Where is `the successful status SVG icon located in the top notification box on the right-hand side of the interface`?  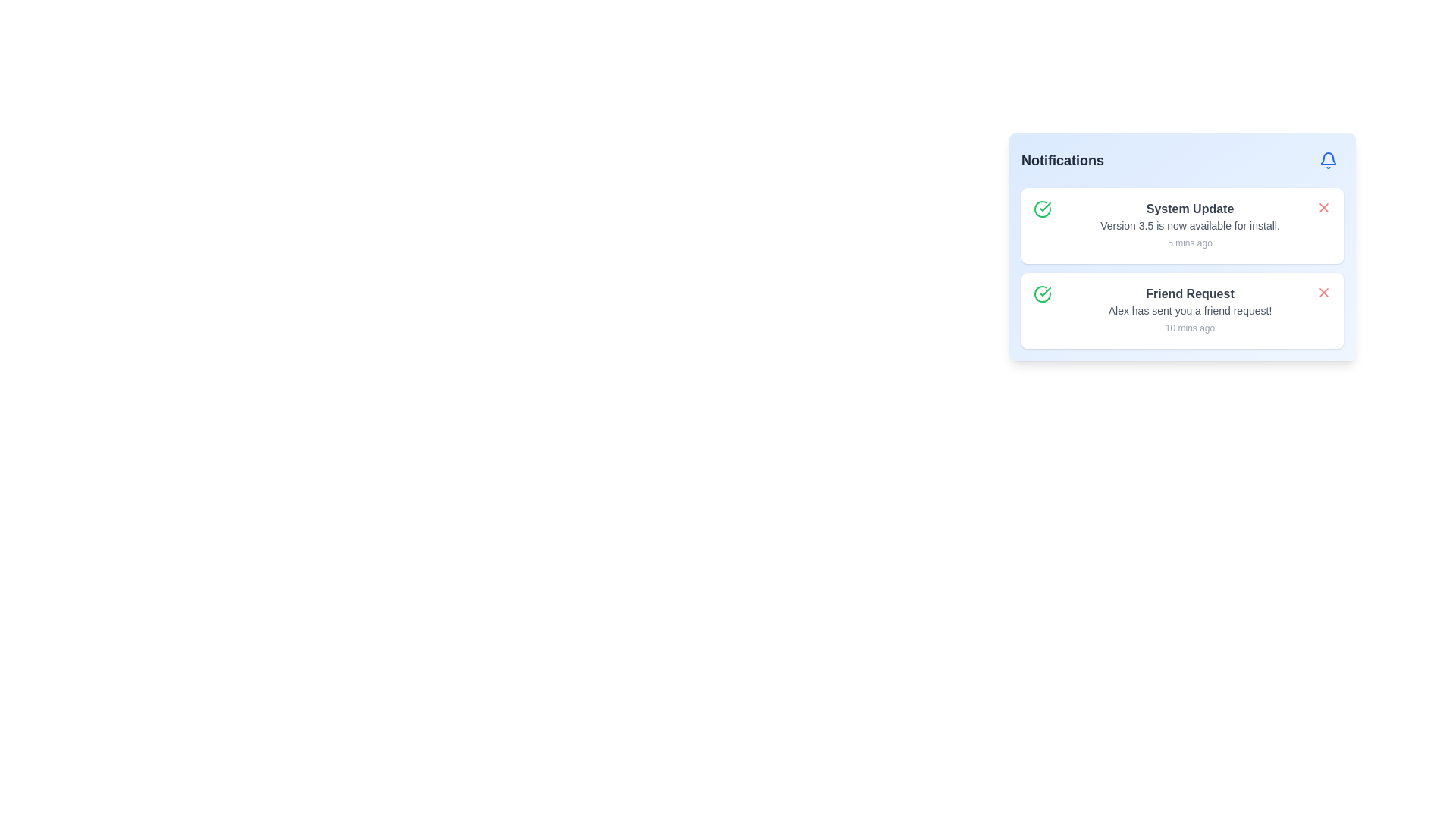
the successful status SVG icon located in the top notification box on the right-hand side of the interface is located at coordinates (1044, 292).